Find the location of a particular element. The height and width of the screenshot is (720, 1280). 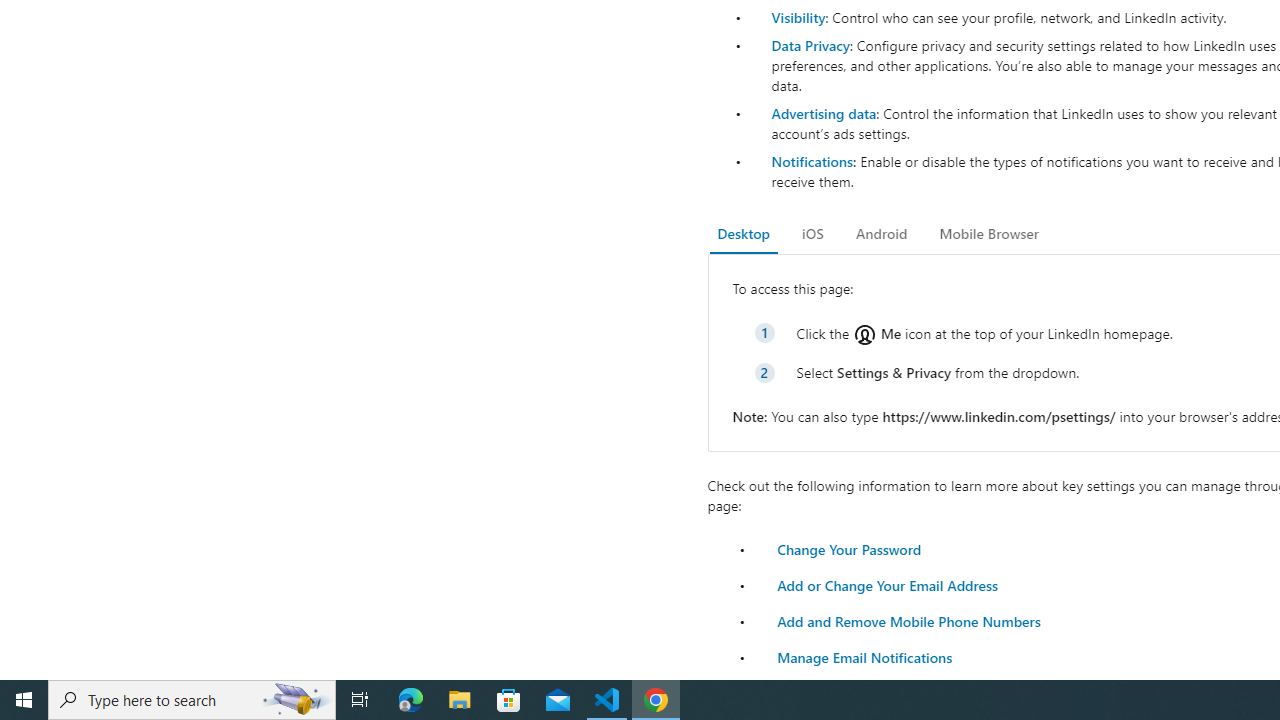

'Add or Change Your Email Address' is located at coordinates (886, 585).